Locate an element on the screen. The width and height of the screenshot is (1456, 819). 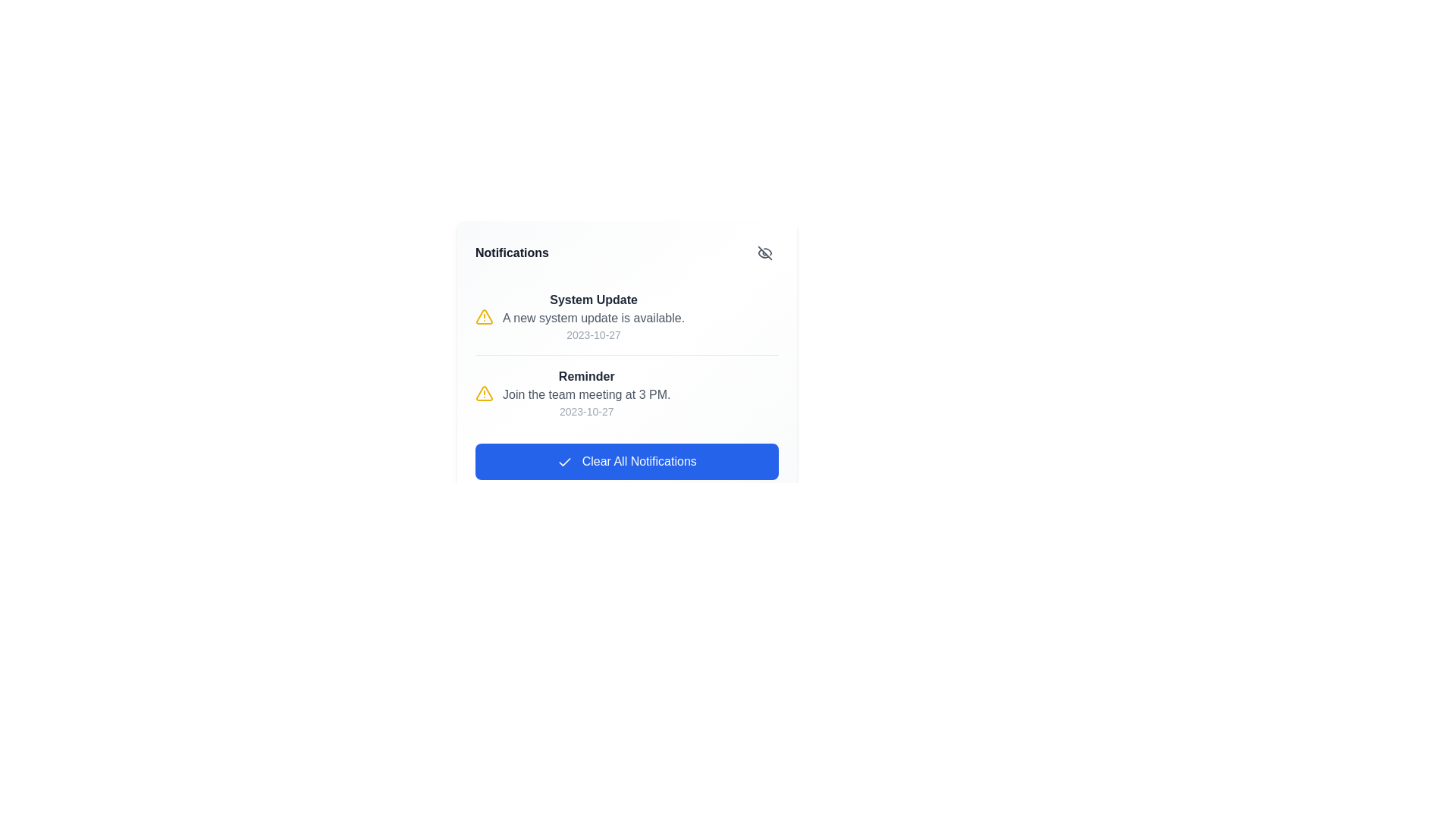
the notification item titled 'System Update' which includes three lines of text indicating a new system update is available, located in the notifications section is located at coordinates (592, 315).